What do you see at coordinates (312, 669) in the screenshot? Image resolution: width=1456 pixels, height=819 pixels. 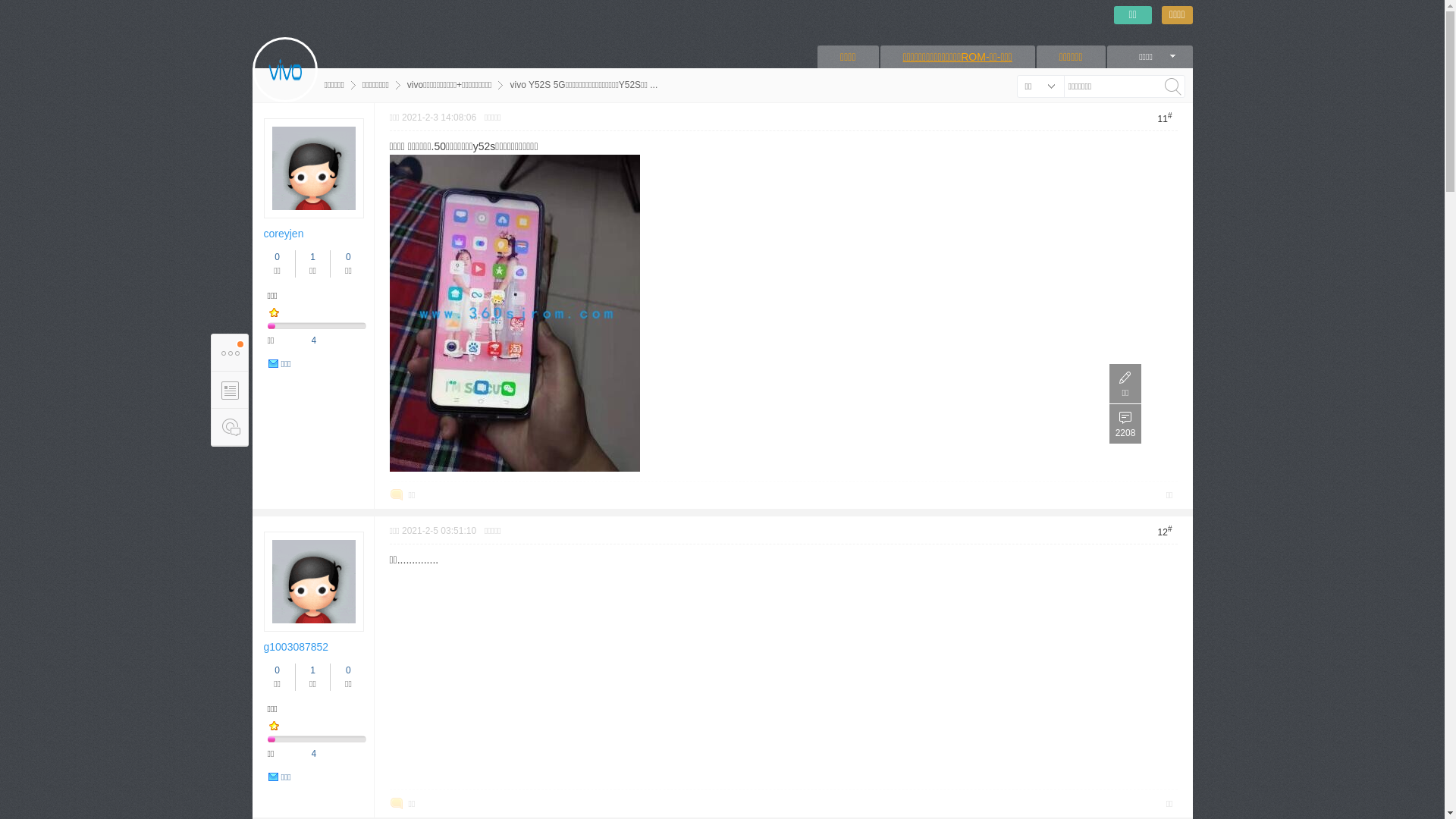 I see `'1'` at bounding box center [312, 669].